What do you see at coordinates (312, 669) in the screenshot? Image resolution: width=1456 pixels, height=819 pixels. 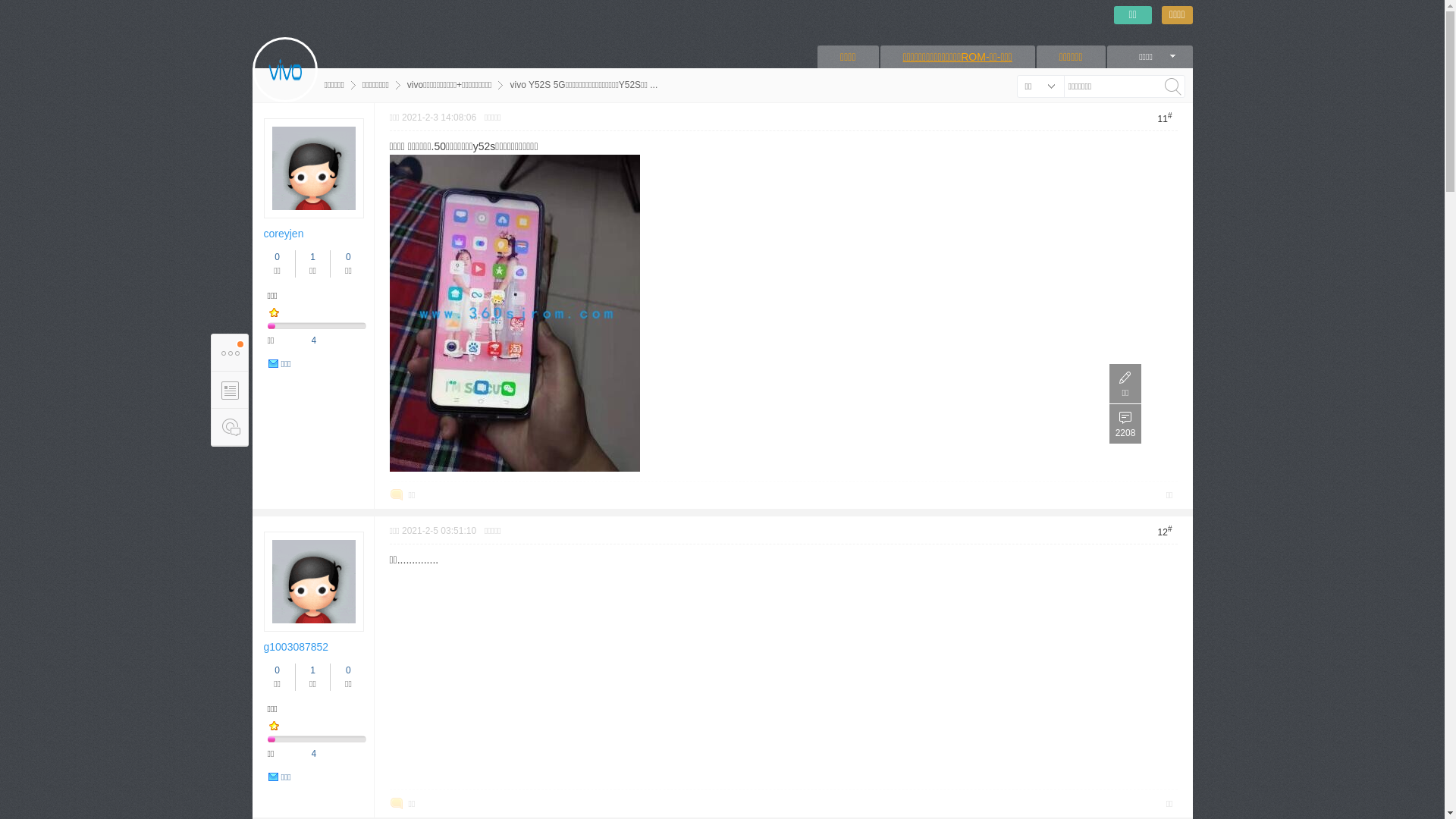 I see `'1'` at bounding box center [312, 669].